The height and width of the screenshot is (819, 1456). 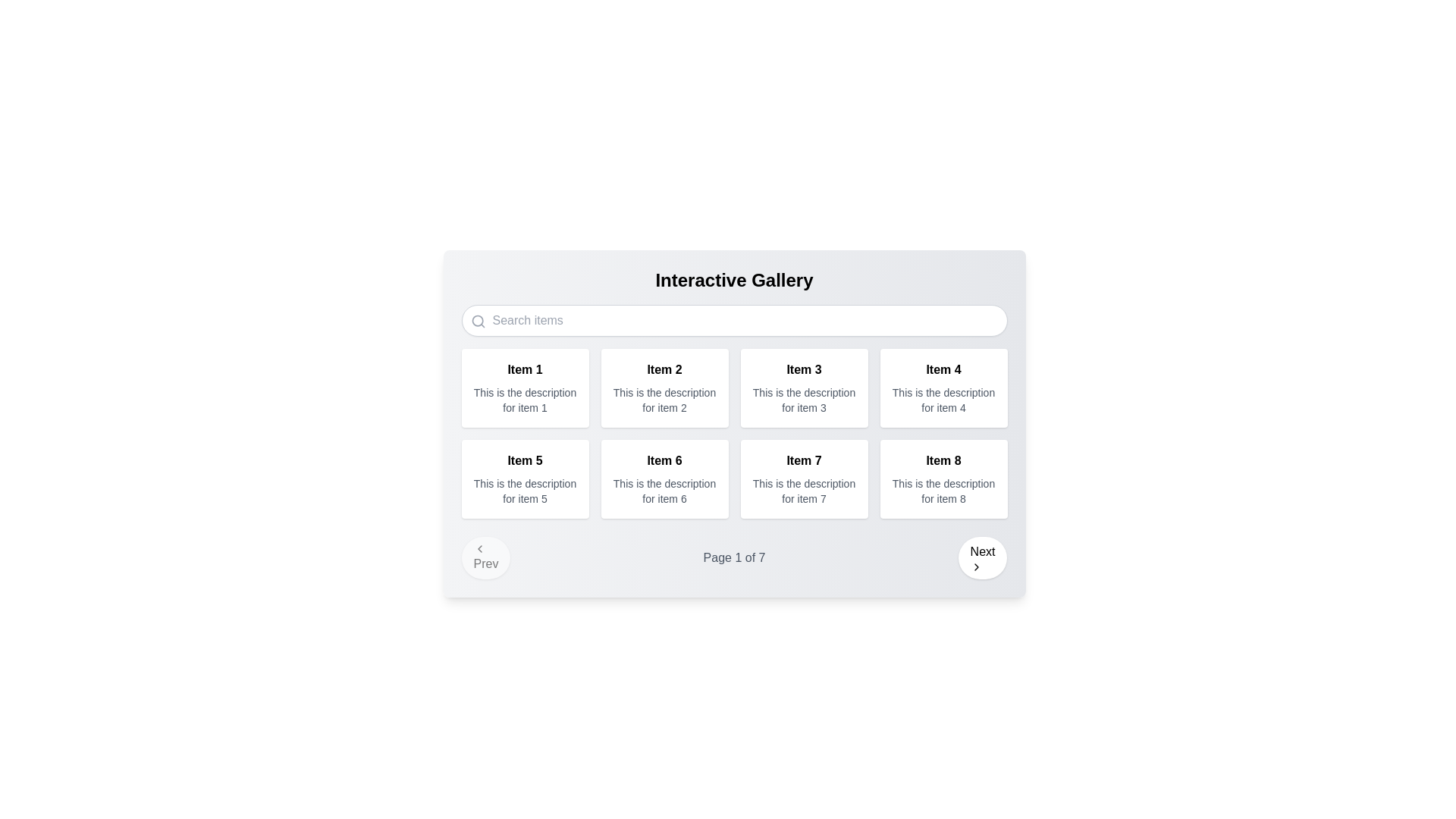 I want to click on the text block that displays the description 'This is the description for item 6', located beneath the title 'Item 6' in the card layout, so click(x=664, y=491).